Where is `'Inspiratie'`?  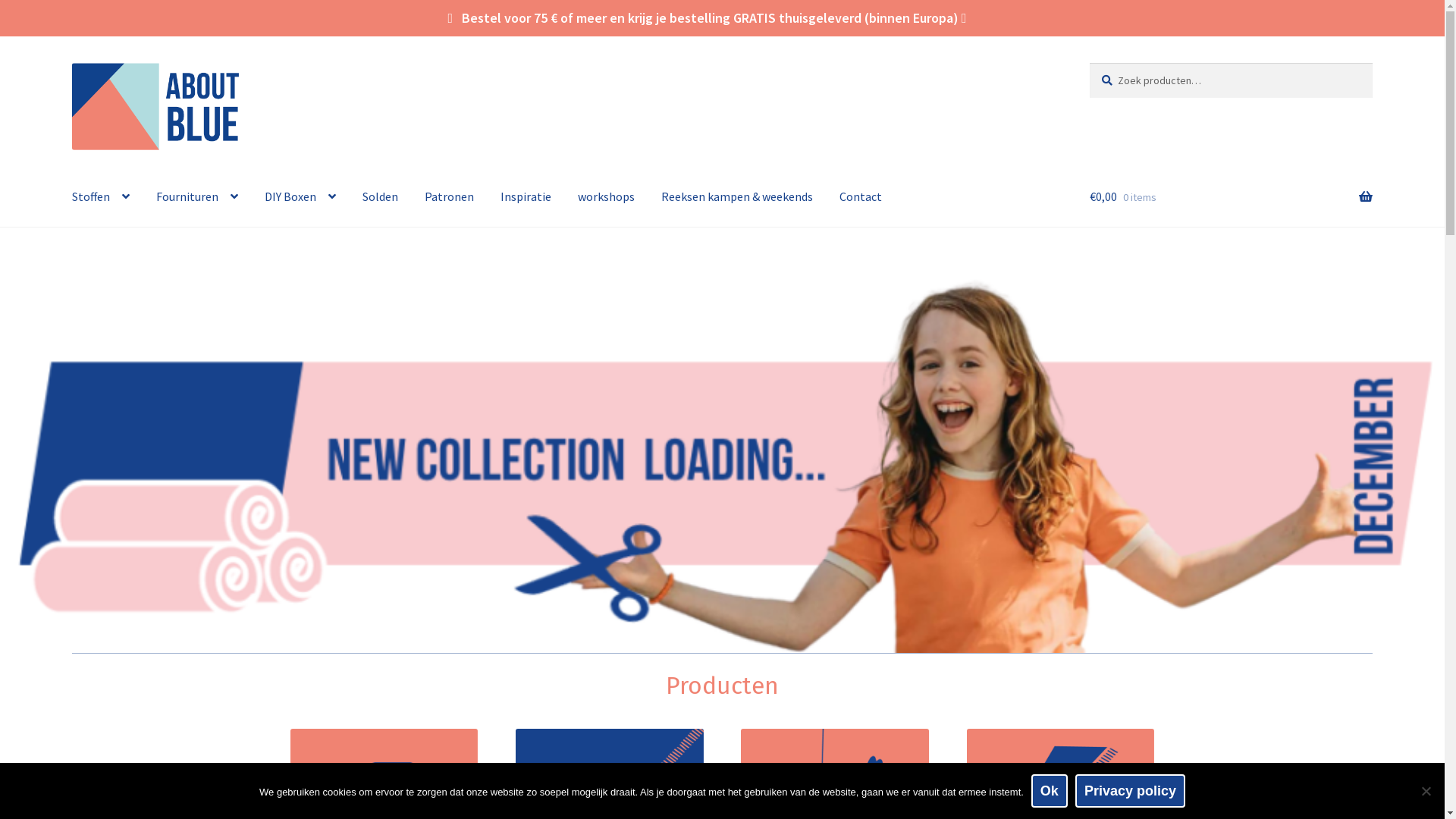
'Inspiratie' is located at coordinates (526, 196).